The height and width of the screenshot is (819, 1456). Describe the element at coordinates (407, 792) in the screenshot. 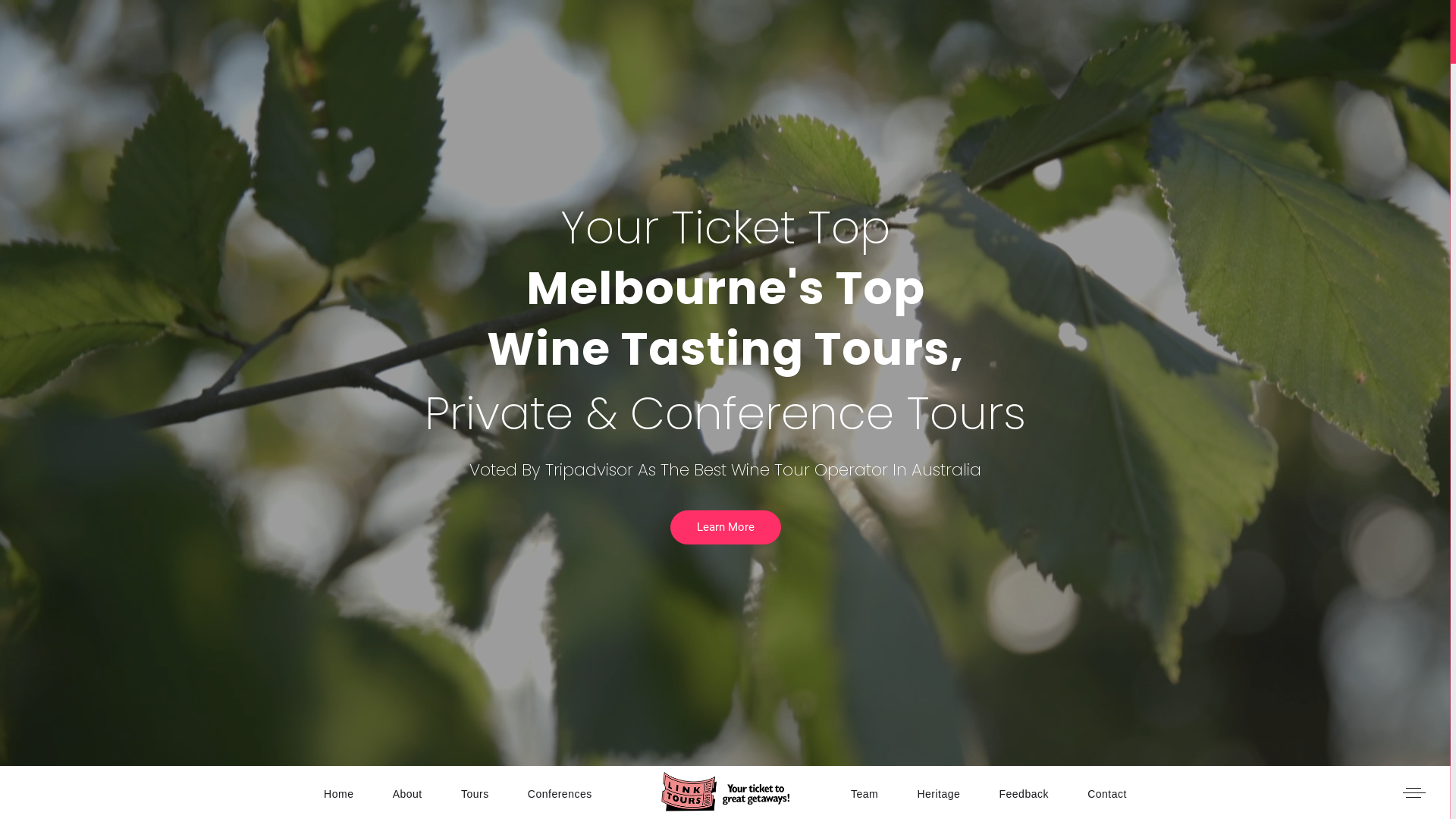

I see `'About'` at that location.